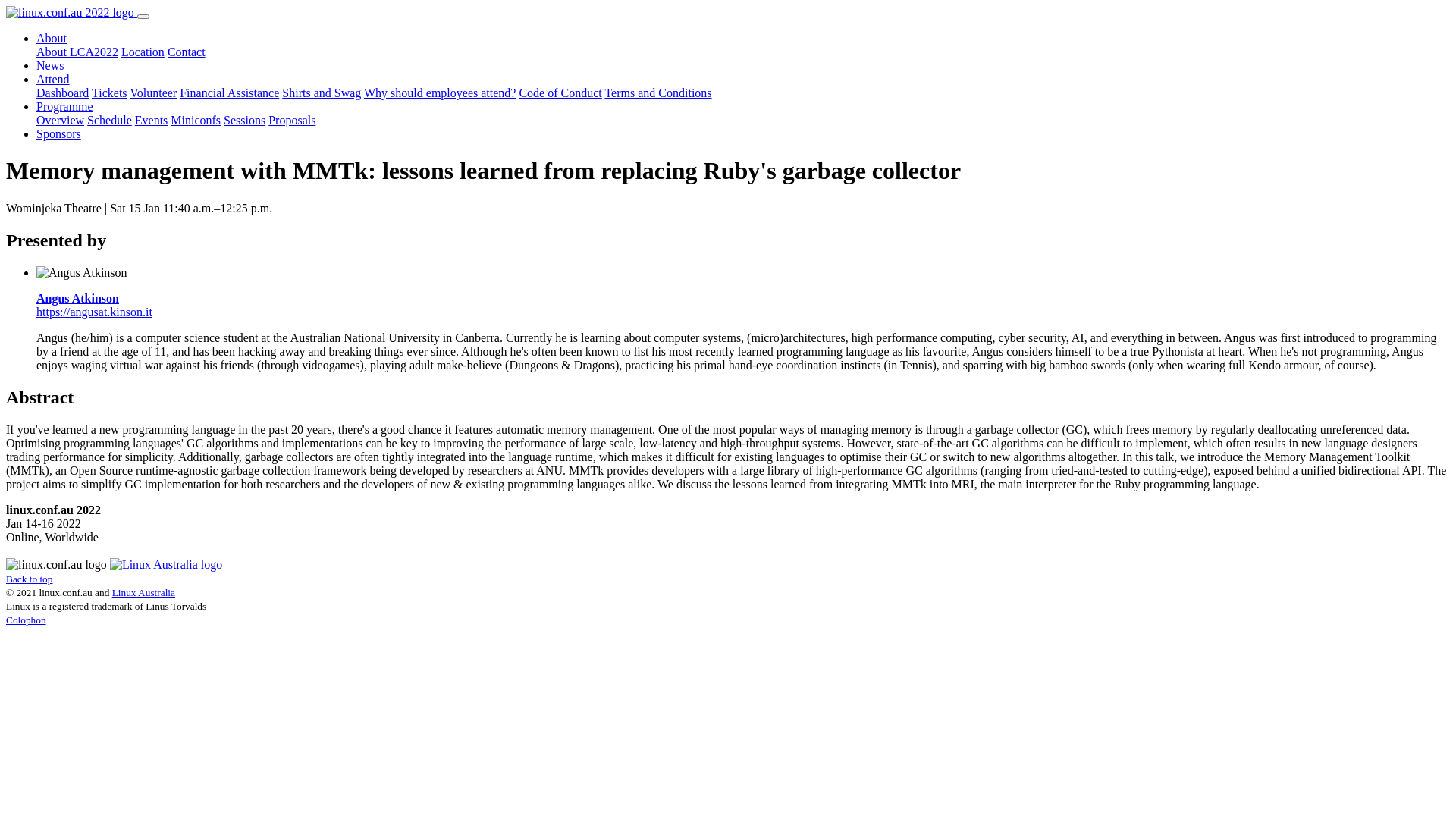  I want to click on 'Volunteer', so click(152, 93).